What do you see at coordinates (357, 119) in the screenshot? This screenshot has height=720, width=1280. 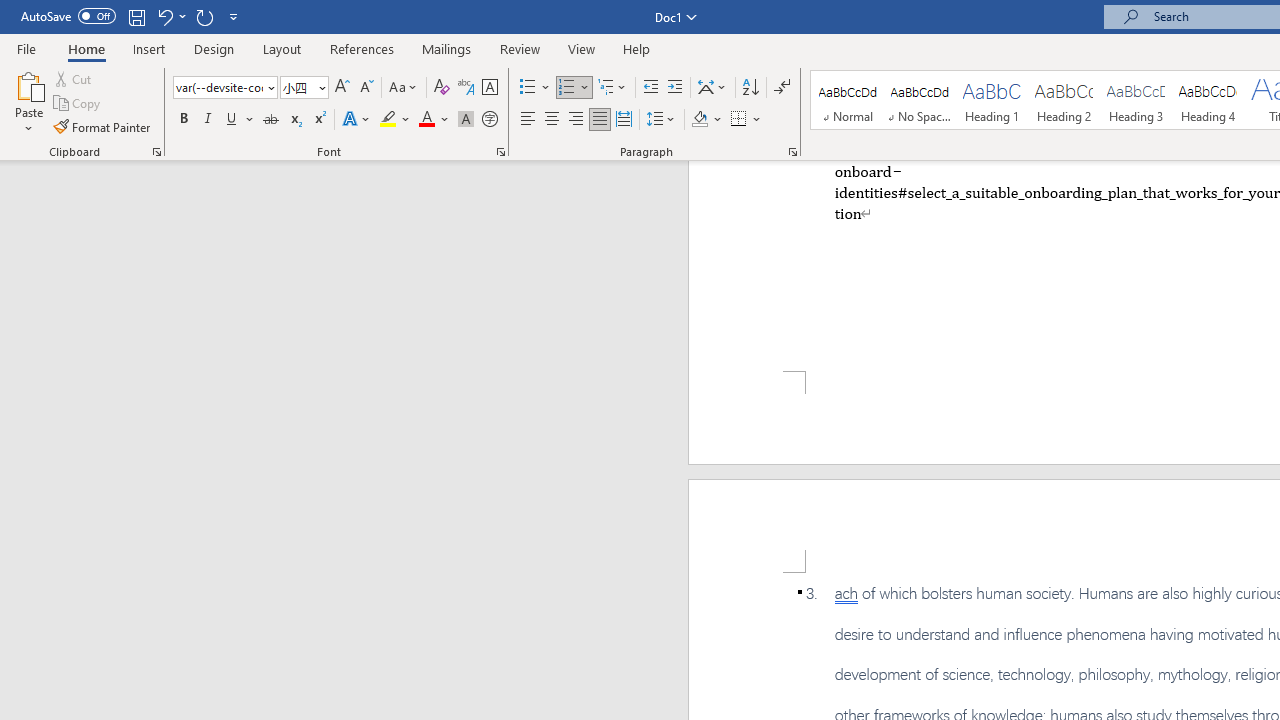 I see `'Text Effects and Typography'` at bounding box center [357, 119].